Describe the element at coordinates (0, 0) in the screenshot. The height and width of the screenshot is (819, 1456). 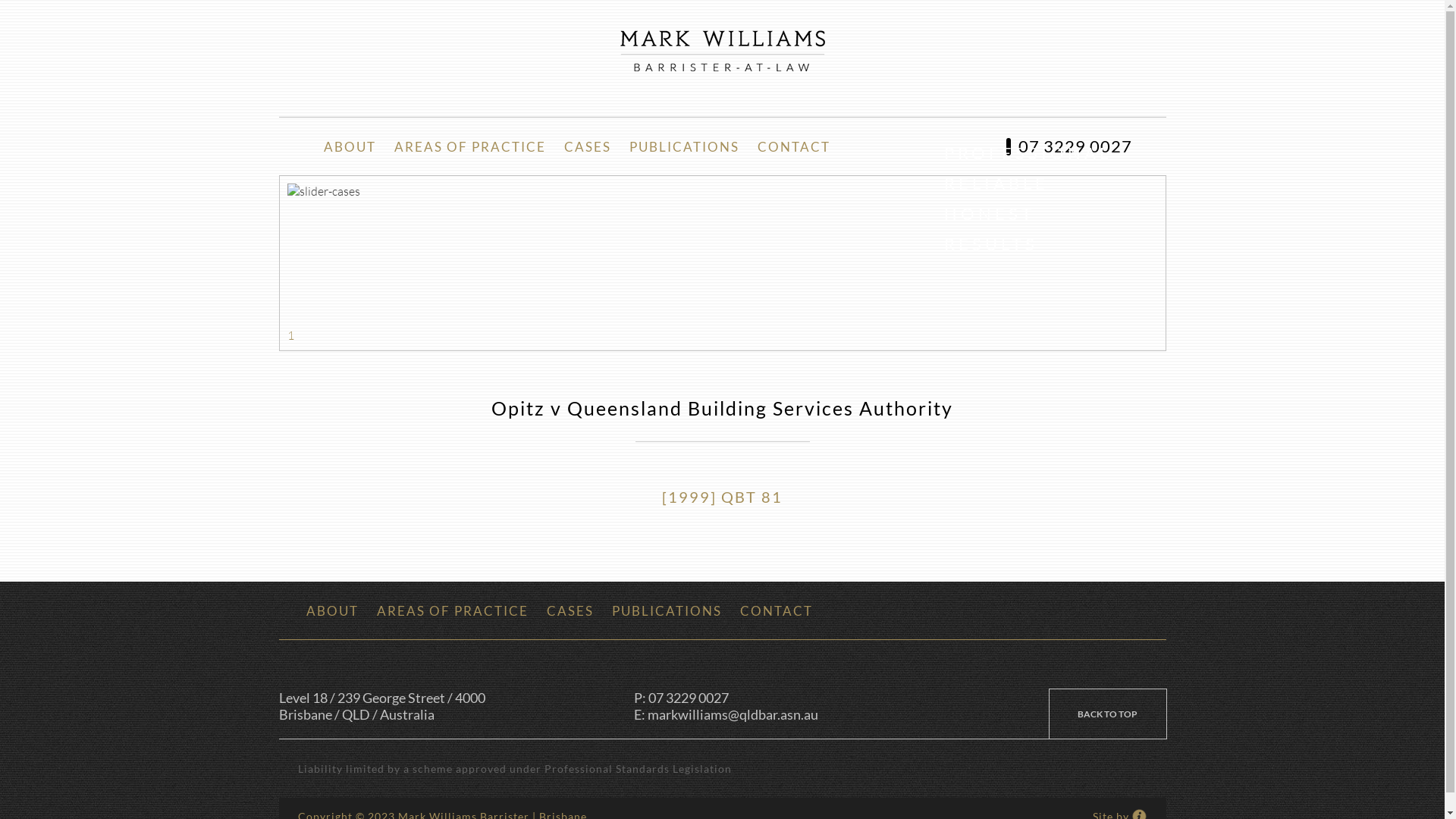
I see `'Skip to primary navigation'` at that location.